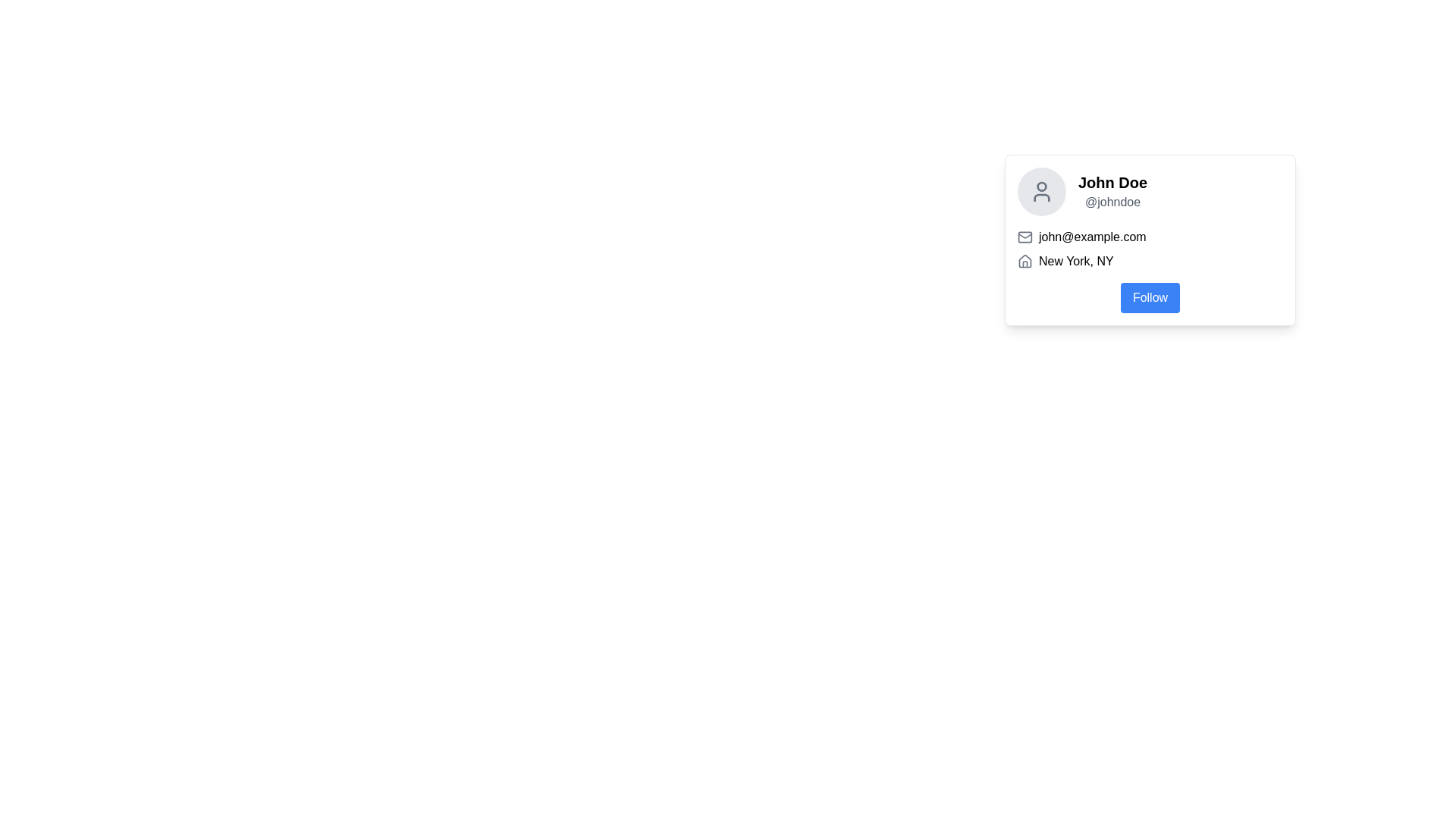 This screenshot has width=1456, height=819. I want to click on the follow button located in the lower section of the user information card to follow the user, so click(1150, 298).